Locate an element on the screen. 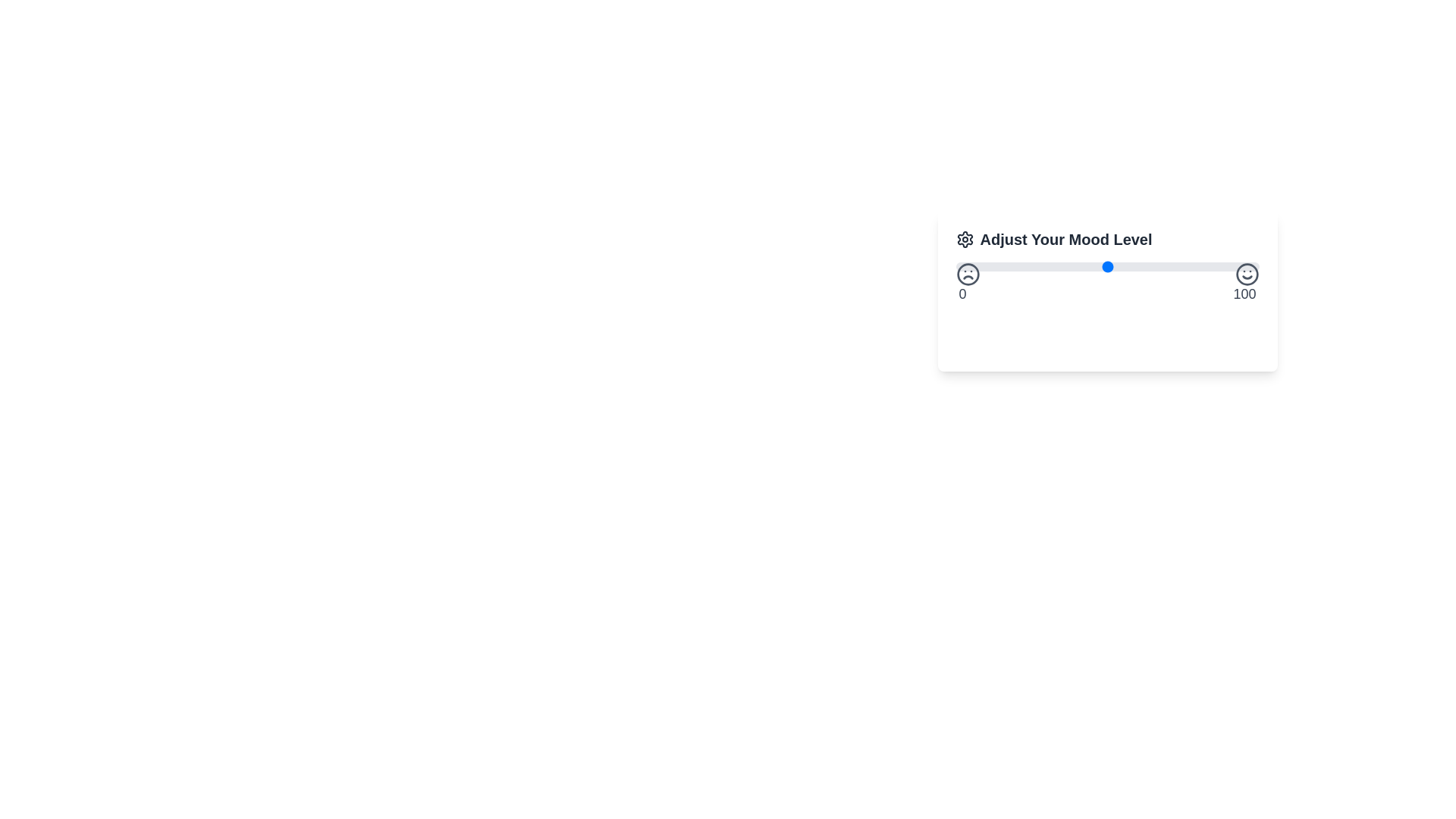 The height and width of the screenshot is (819, 1456). the icon representing the lowest possible mood level on the leftmost side of the horizontal mood slider, adjacent to the numeric value '0' is located at coordinates (967, 275).